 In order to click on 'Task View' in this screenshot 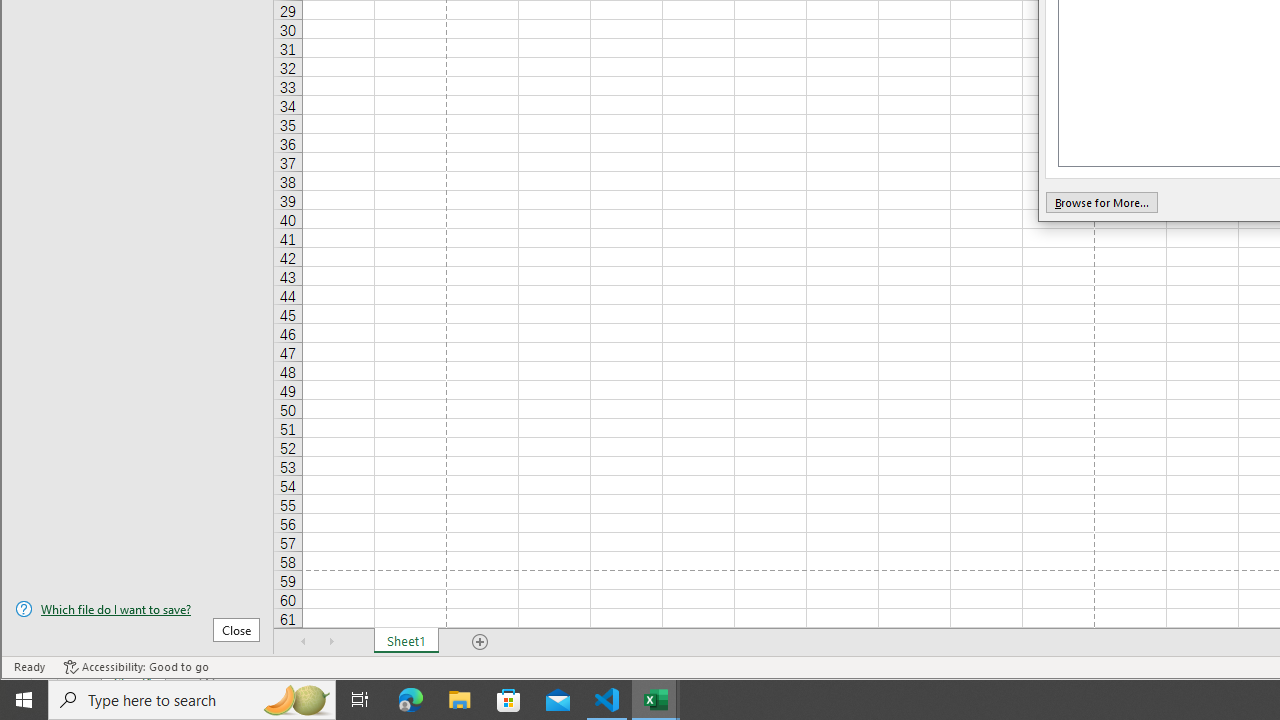, I will do `click(359, 698)`.